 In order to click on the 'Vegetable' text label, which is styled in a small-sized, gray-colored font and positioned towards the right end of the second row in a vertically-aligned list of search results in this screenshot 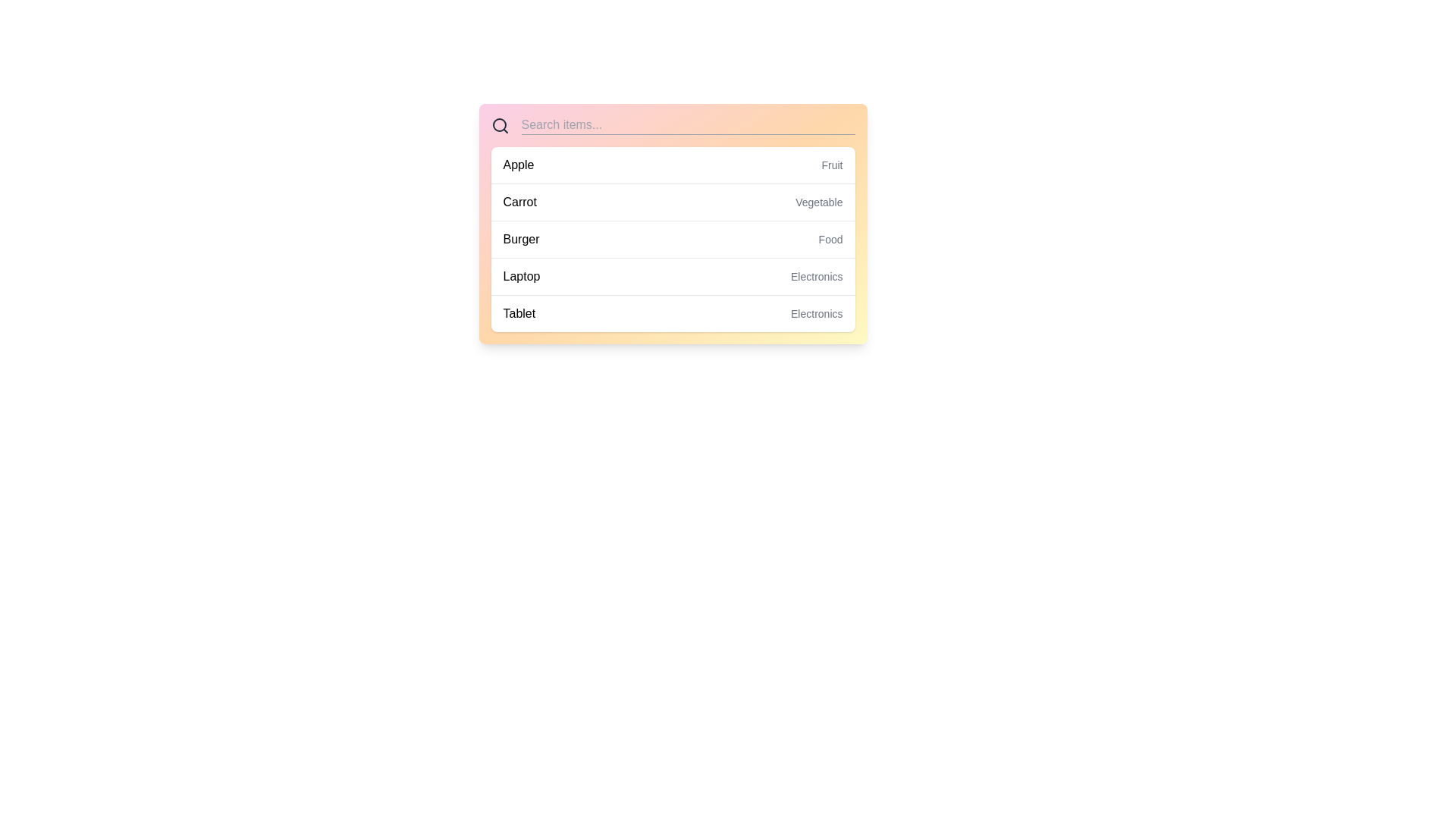, I will do `click(818, 201)`.